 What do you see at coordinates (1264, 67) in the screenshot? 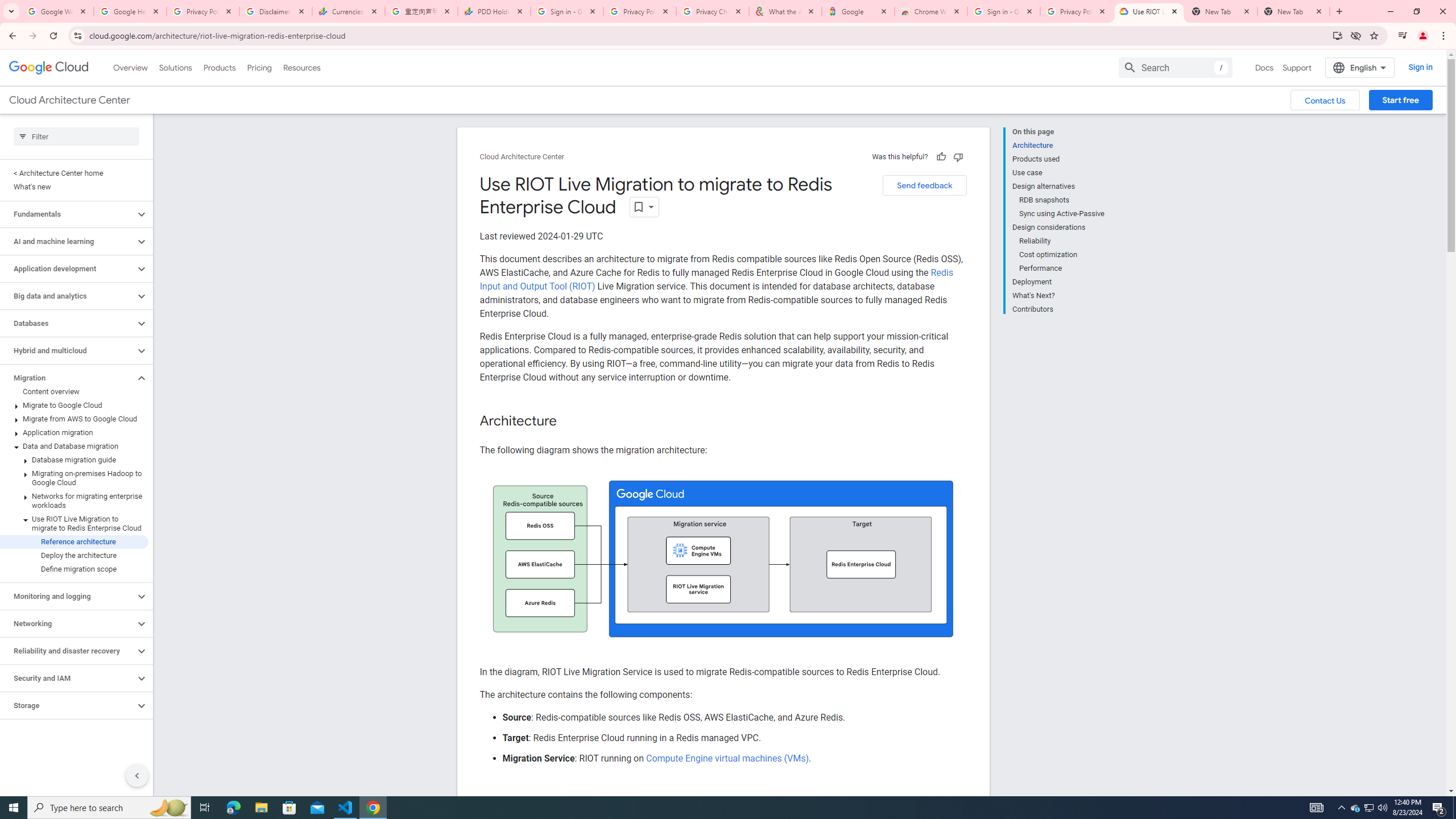
I see `'Docs, selected'` at bounding box center [1264, 67].